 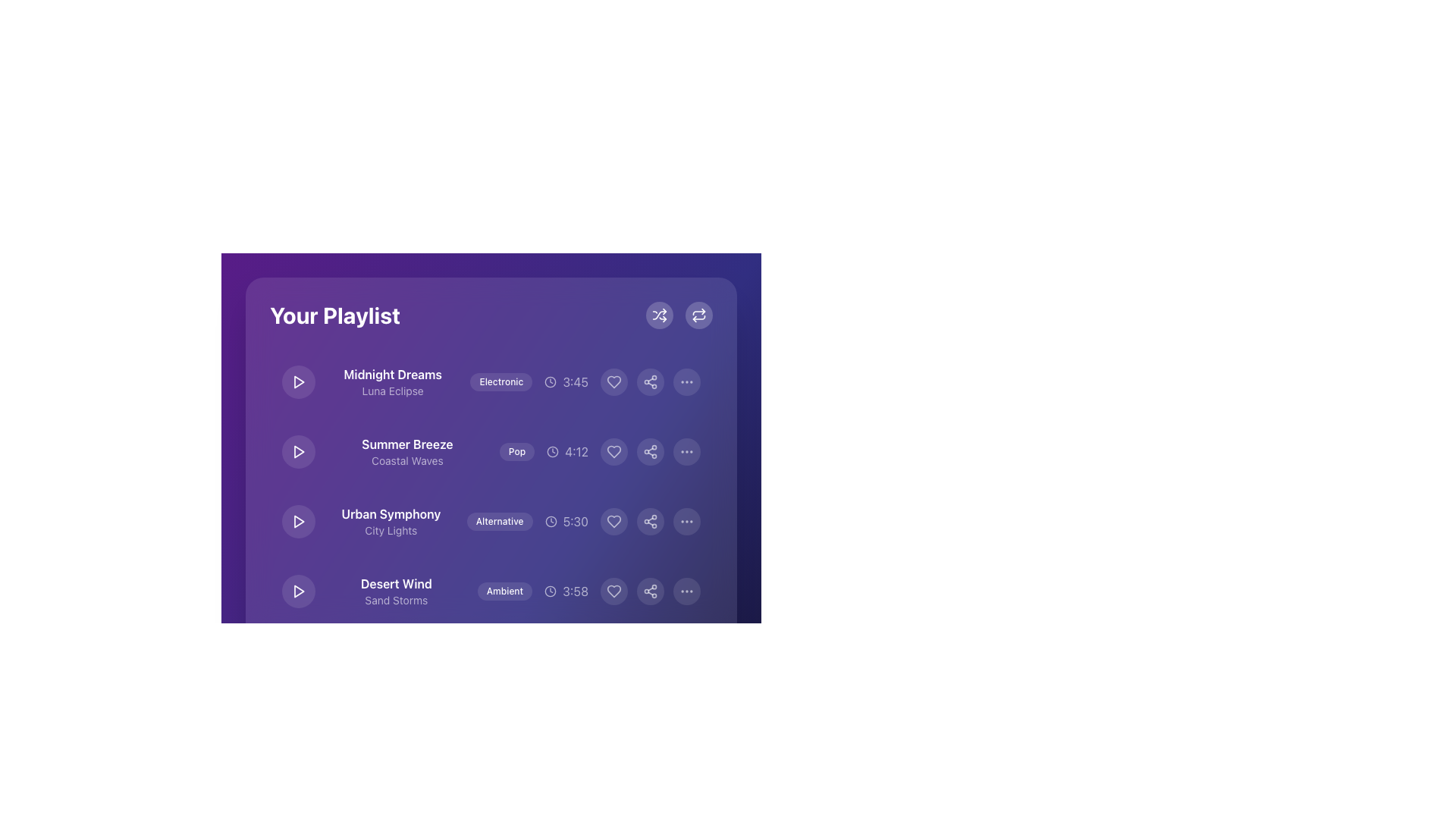 What do you see at coordinates (698, 315) in the screenshot?
I see `the circular button with a white overlay and loop icon located in the top-right corner of the playlist interface to activate the hover effect` at bounding box center [698, 315].